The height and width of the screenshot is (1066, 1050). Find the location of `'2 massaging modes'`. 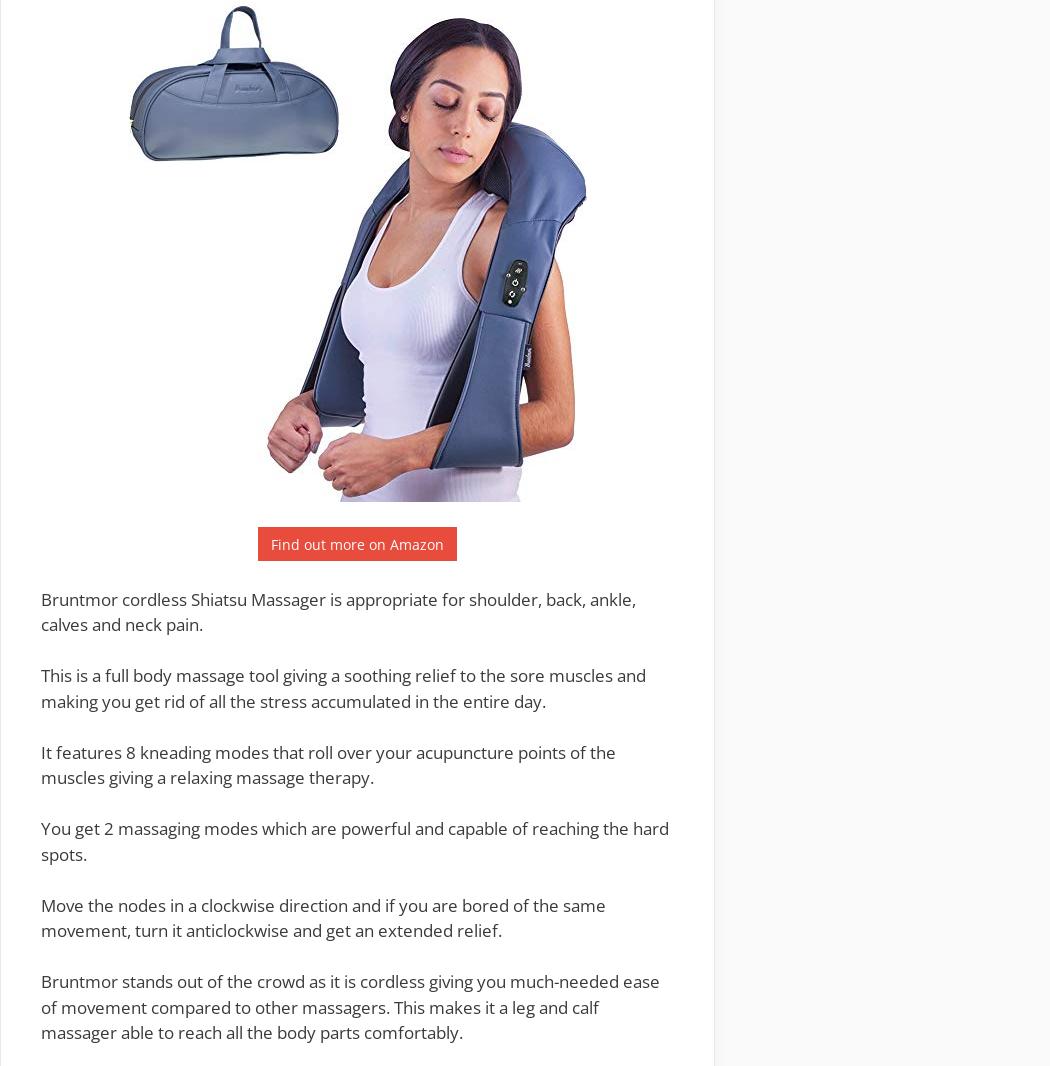

'2 massaging modes' is located at coordinates (181, 828).